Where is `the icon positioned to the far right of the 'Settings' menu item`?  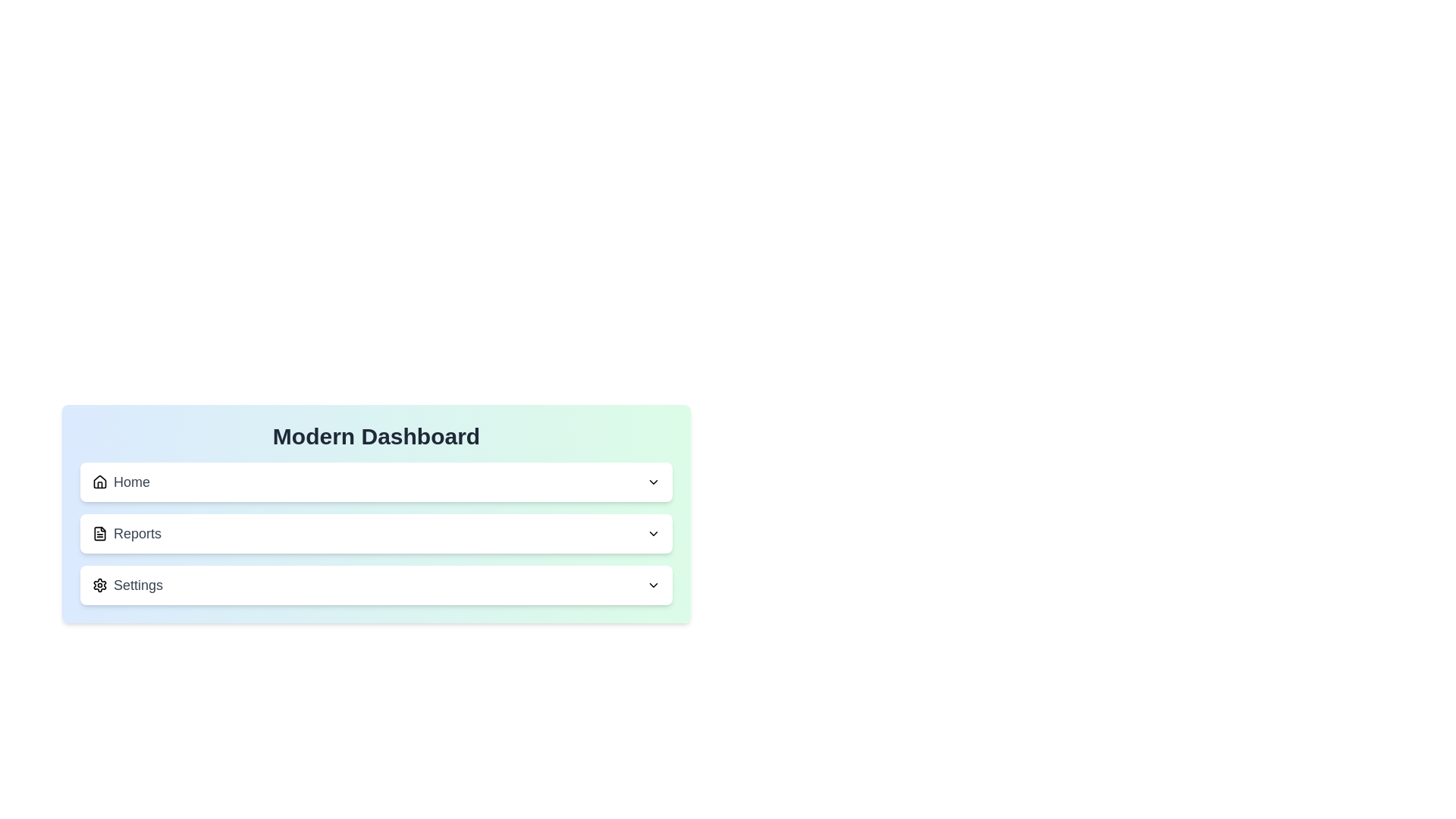
the icon positioned to the far right of the 'Settings' menu item is located at coordinates (654, 584).